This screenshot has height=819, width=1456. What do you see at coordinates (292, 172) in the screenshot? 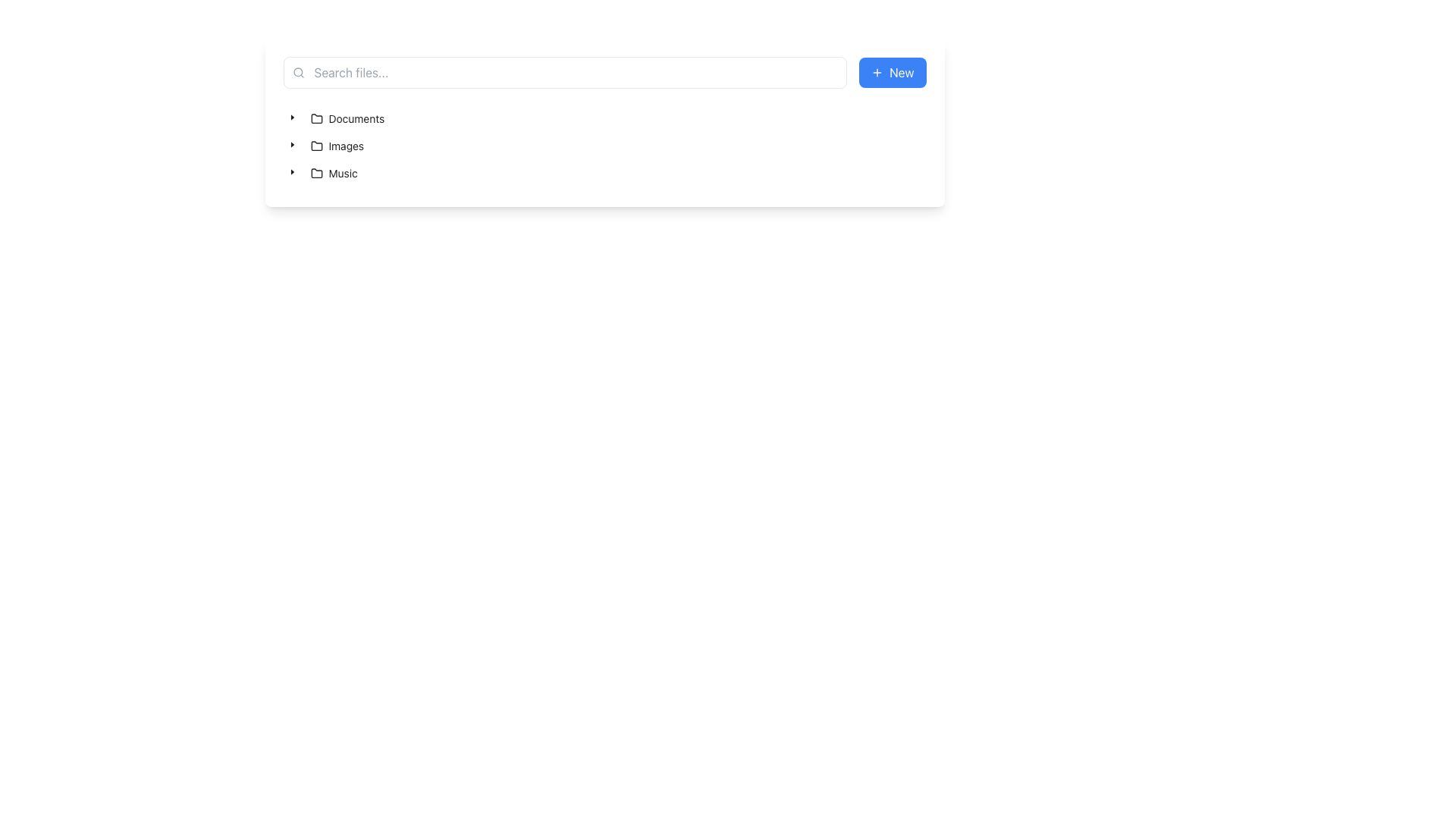
I see `the toggle icon` at bounding box center [292, 172].